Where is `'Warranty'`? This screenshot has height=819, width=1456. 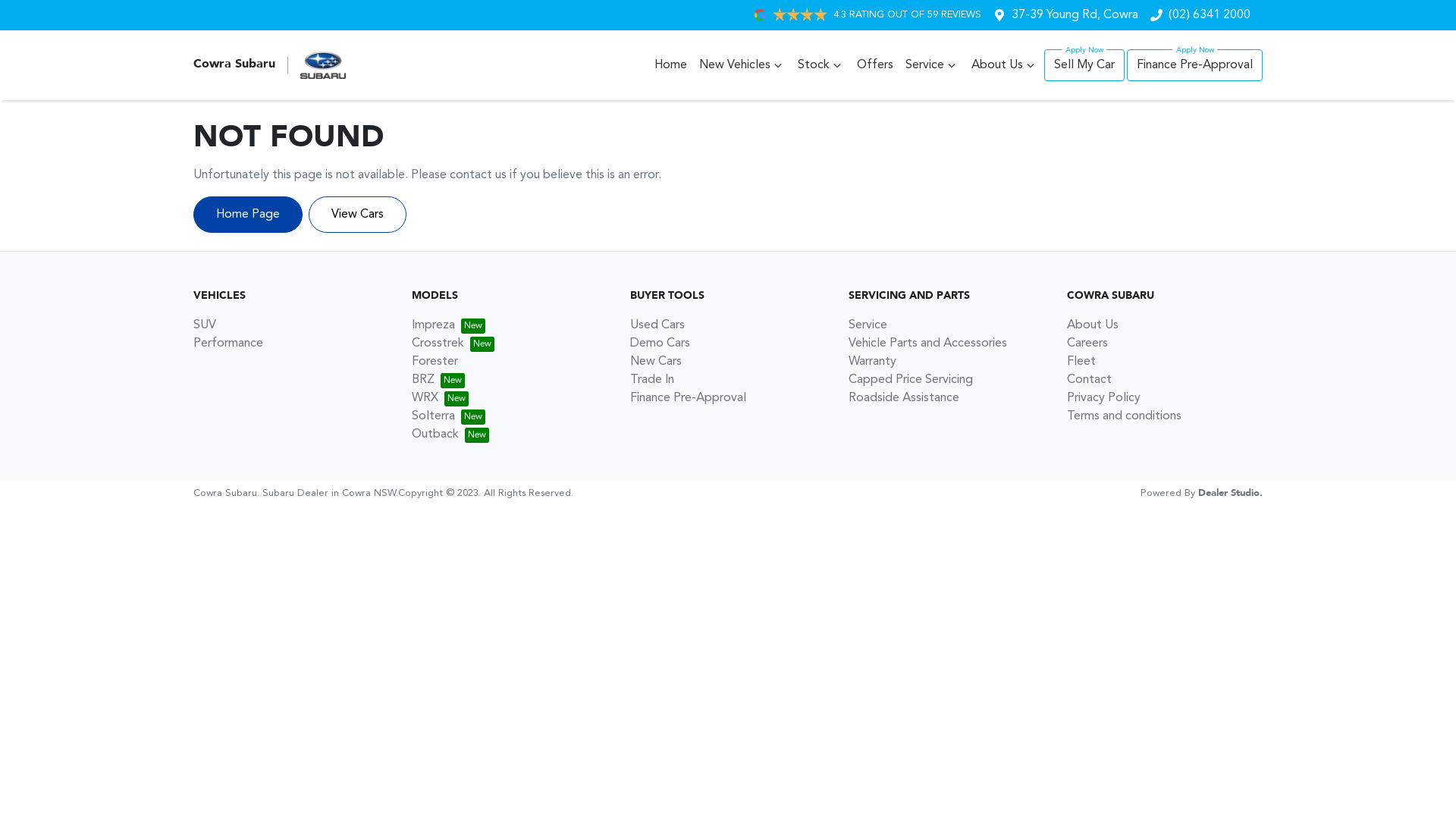
'Warranty' is located at coordinates (872, 362).